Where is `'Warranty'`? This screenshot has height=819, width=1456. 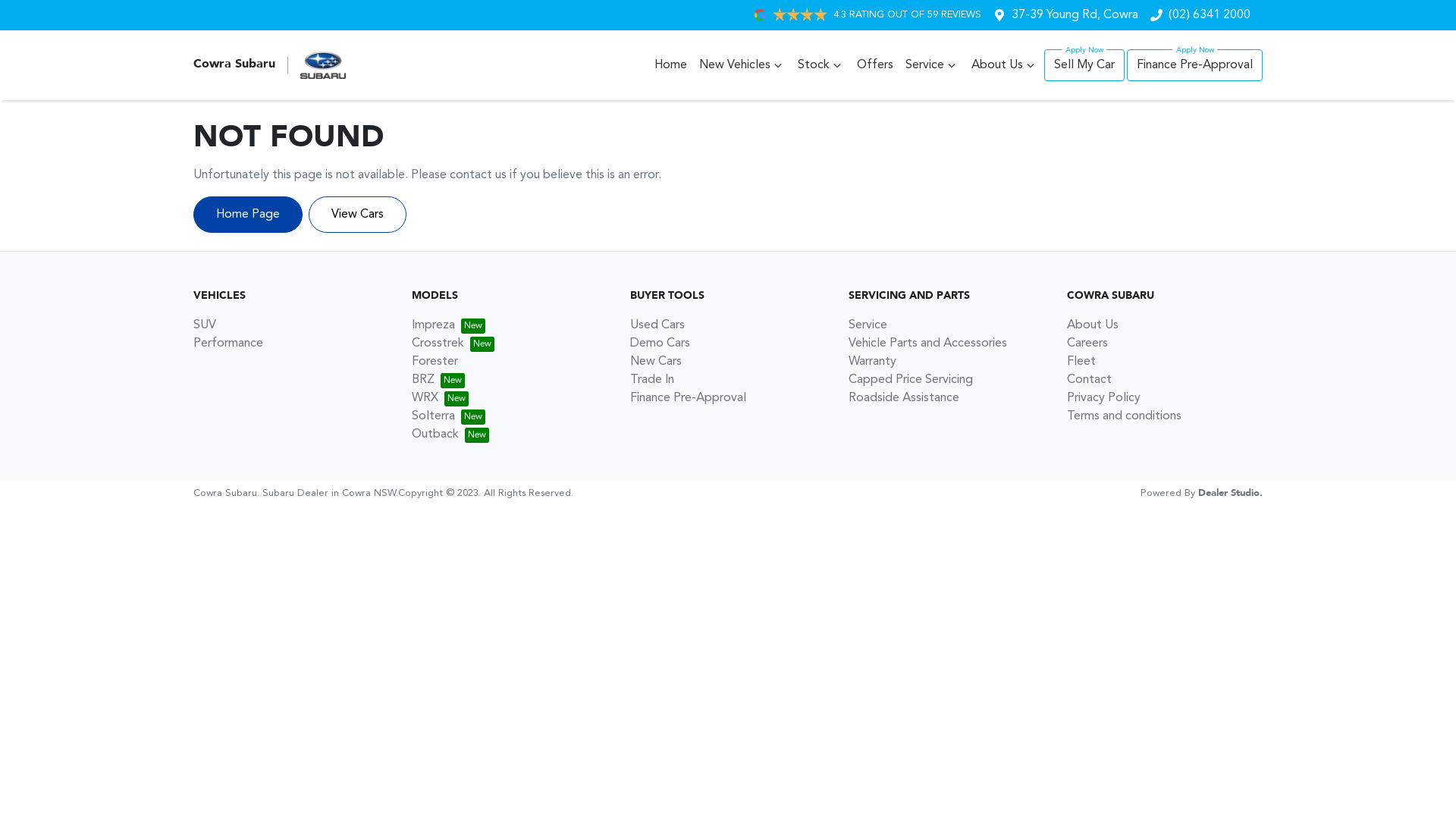
'Warranty' is located at coordinates (872, 362).